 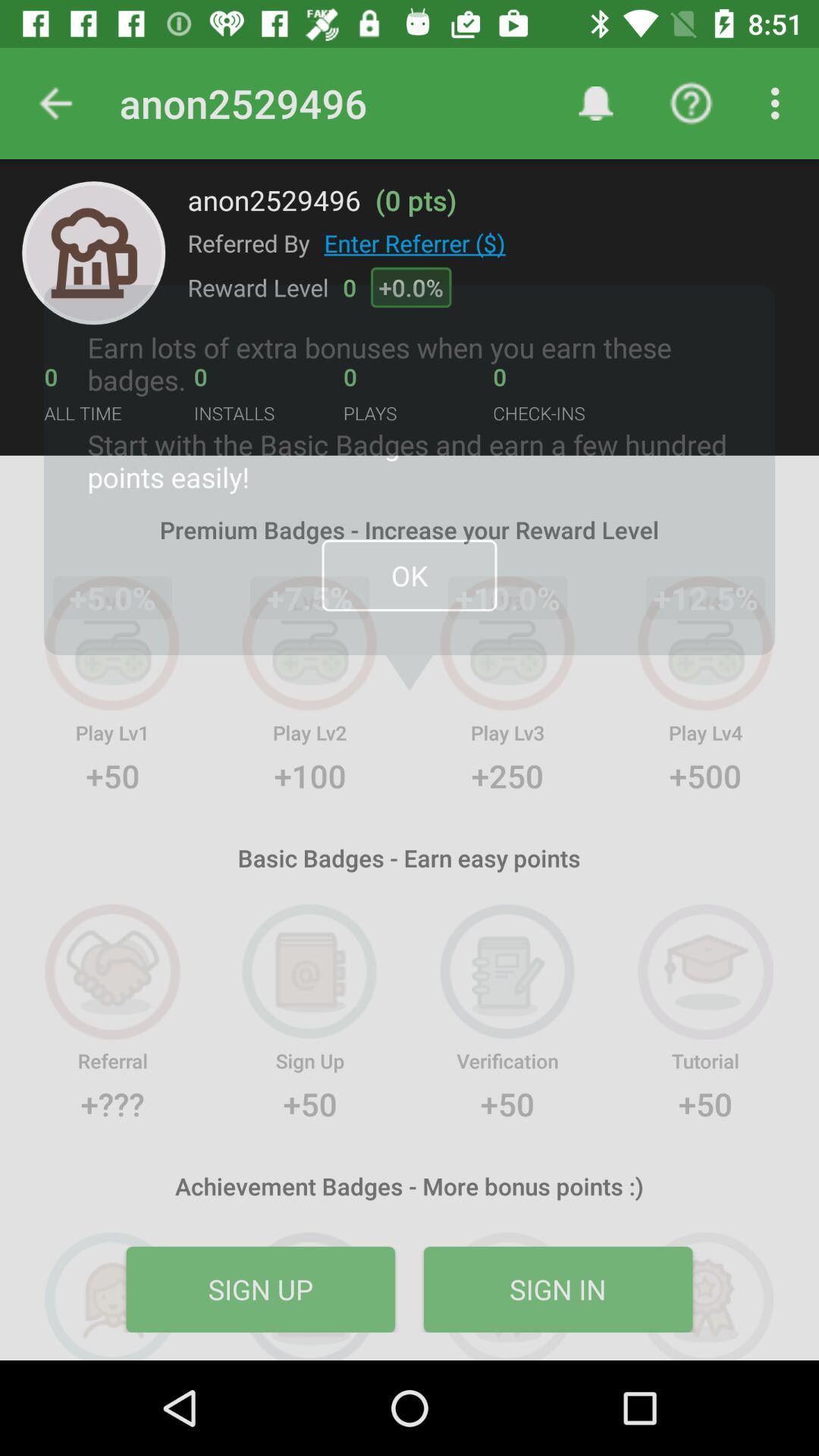 I want to click on information button, so click(x=93, y=253).